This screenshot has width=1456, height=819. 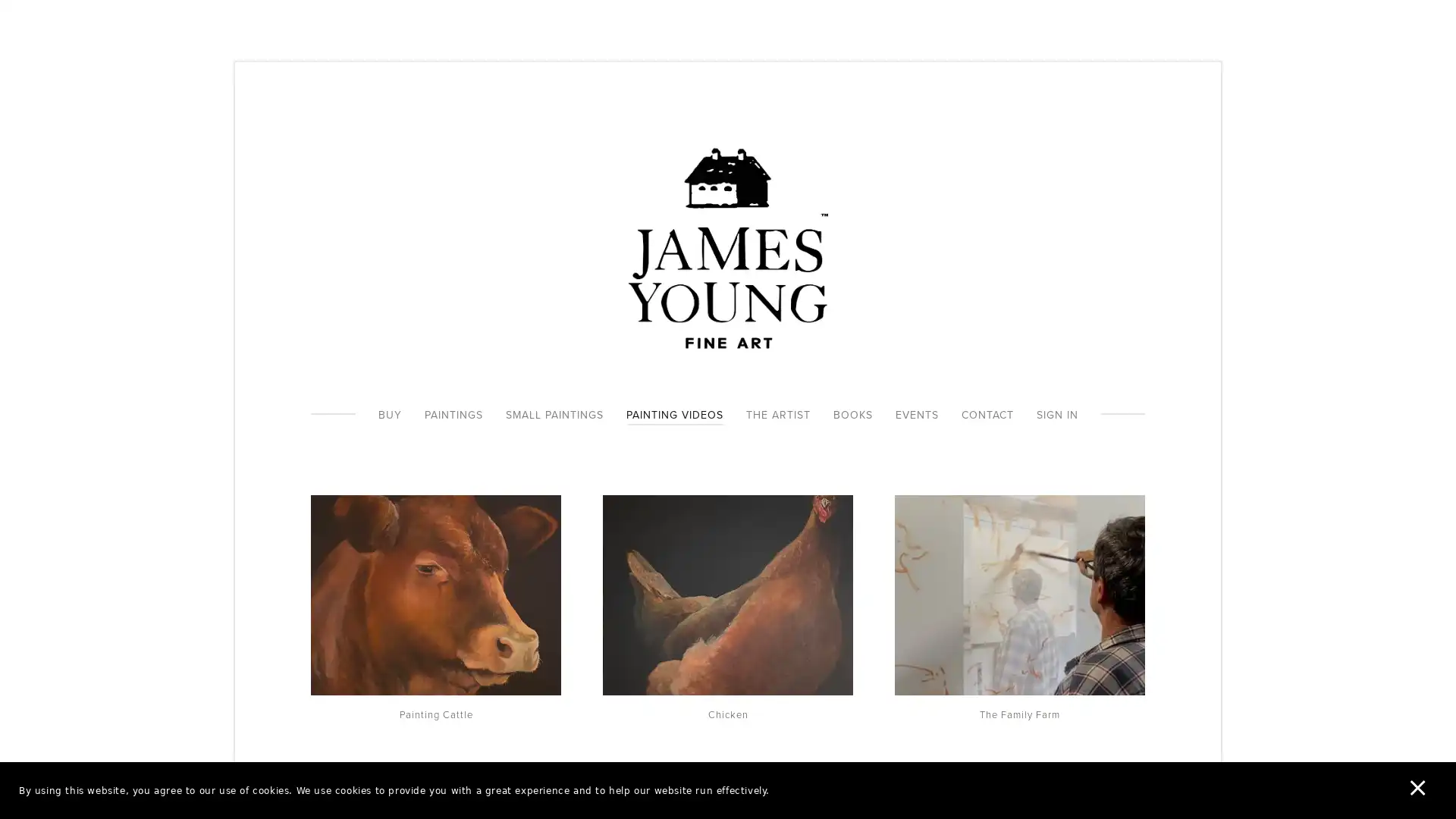 I want to click on Sign Up!, so click(x=728, y=500).